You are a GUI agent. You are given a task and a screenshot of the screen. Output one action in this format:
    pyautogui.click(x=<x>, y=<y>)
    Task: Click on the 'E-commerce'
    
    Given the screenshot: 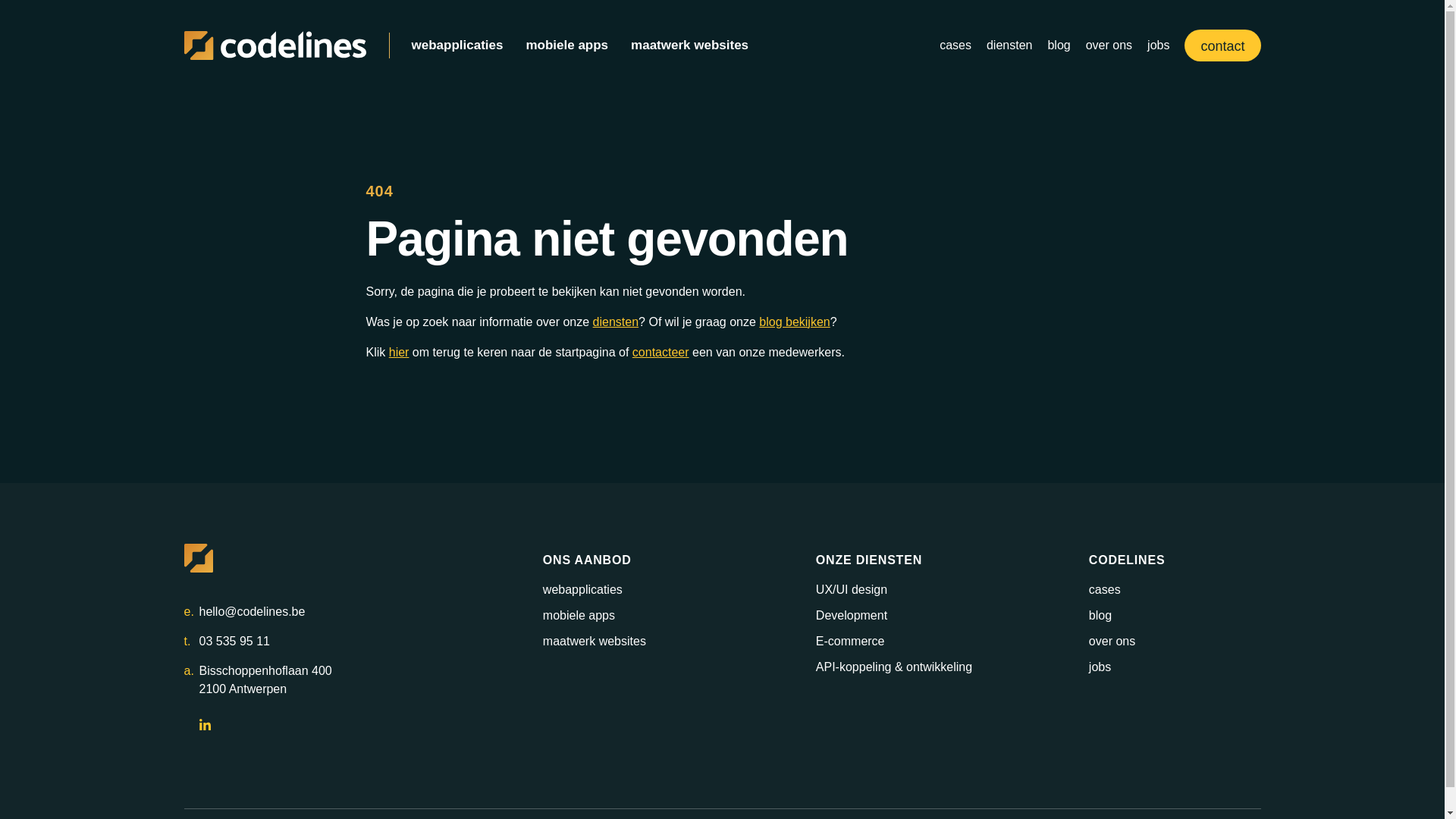 What is the action you would take?
    pyautogui.click(x=850, y=641)
    